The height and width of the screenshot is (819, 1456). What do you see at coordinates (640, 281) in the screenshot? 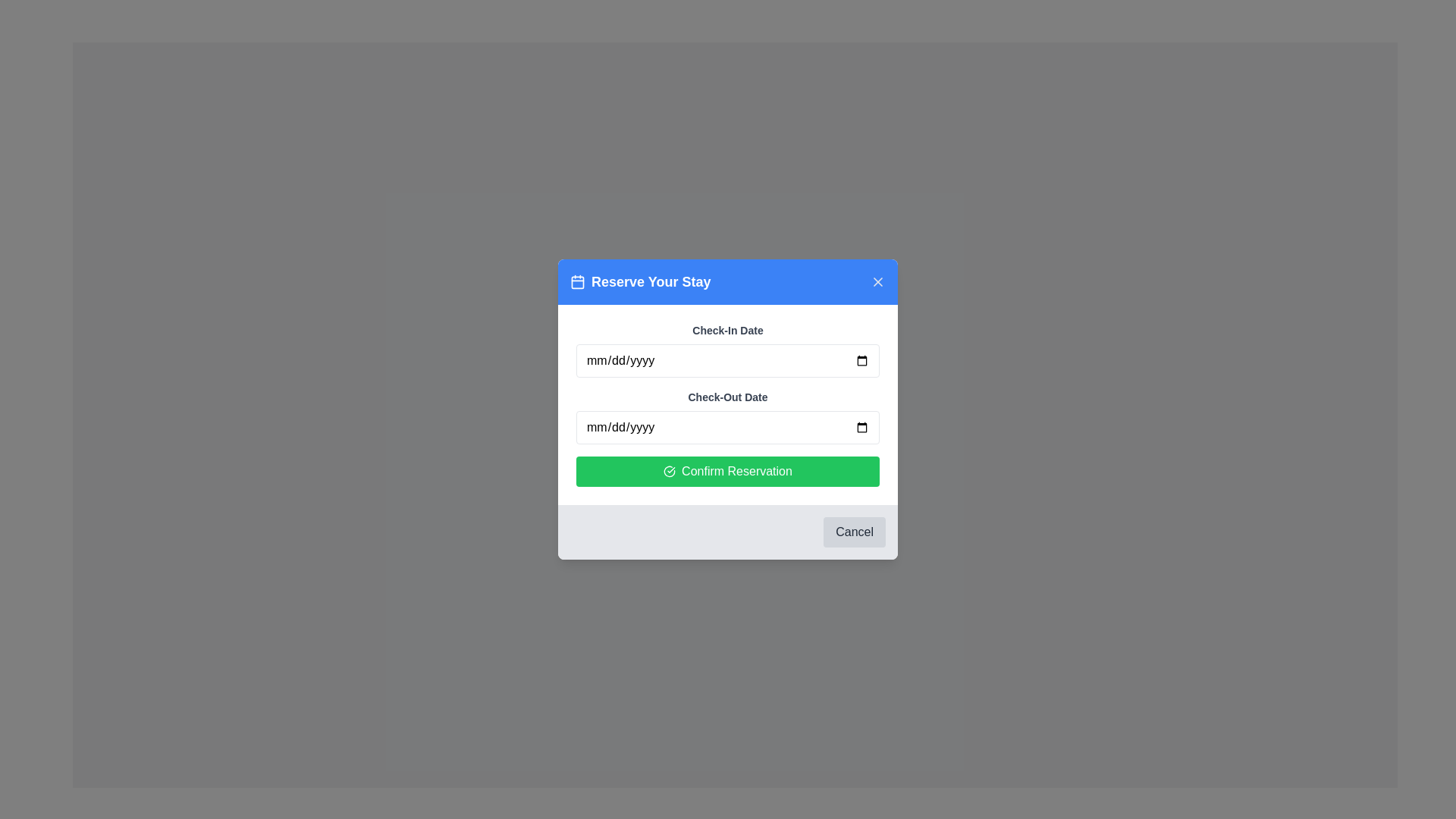
I see `the 'Reserve Your Stay' text block with the calendar icon, which is located at the top-left corner of the blue header bar in the modal dialog` at bounding box center [640, 281].